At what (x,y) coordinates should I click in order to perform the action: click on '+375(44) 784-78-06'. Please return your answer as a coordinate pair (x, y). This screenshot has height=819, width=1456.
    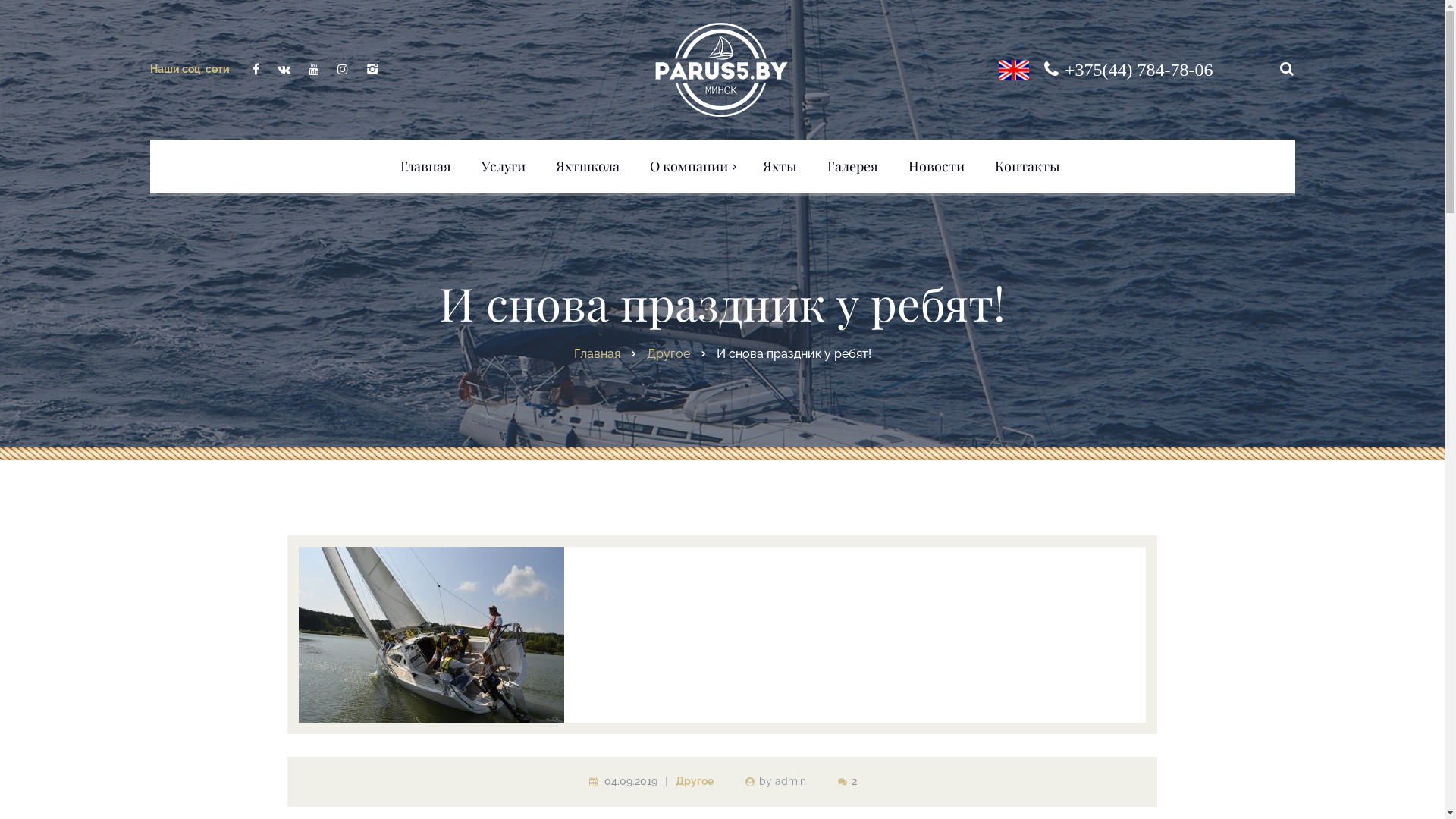
    Looking at the image, I should click on (1139, 69).